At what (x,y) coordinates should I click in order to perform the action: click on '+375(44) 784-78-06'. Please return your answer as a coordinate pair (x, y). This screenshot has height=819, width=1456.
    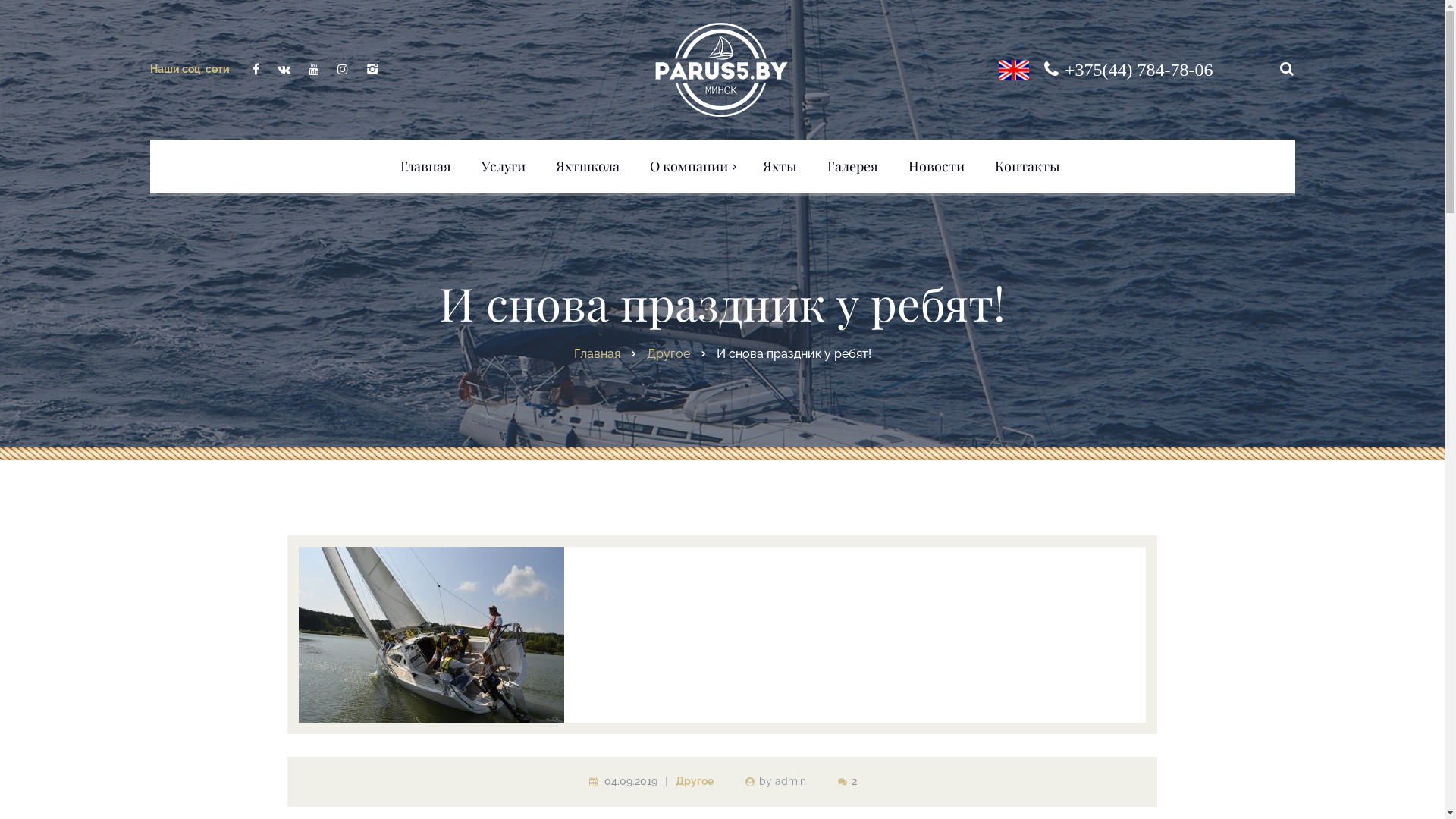
    Looking at the image, I should click on (1139, 69).